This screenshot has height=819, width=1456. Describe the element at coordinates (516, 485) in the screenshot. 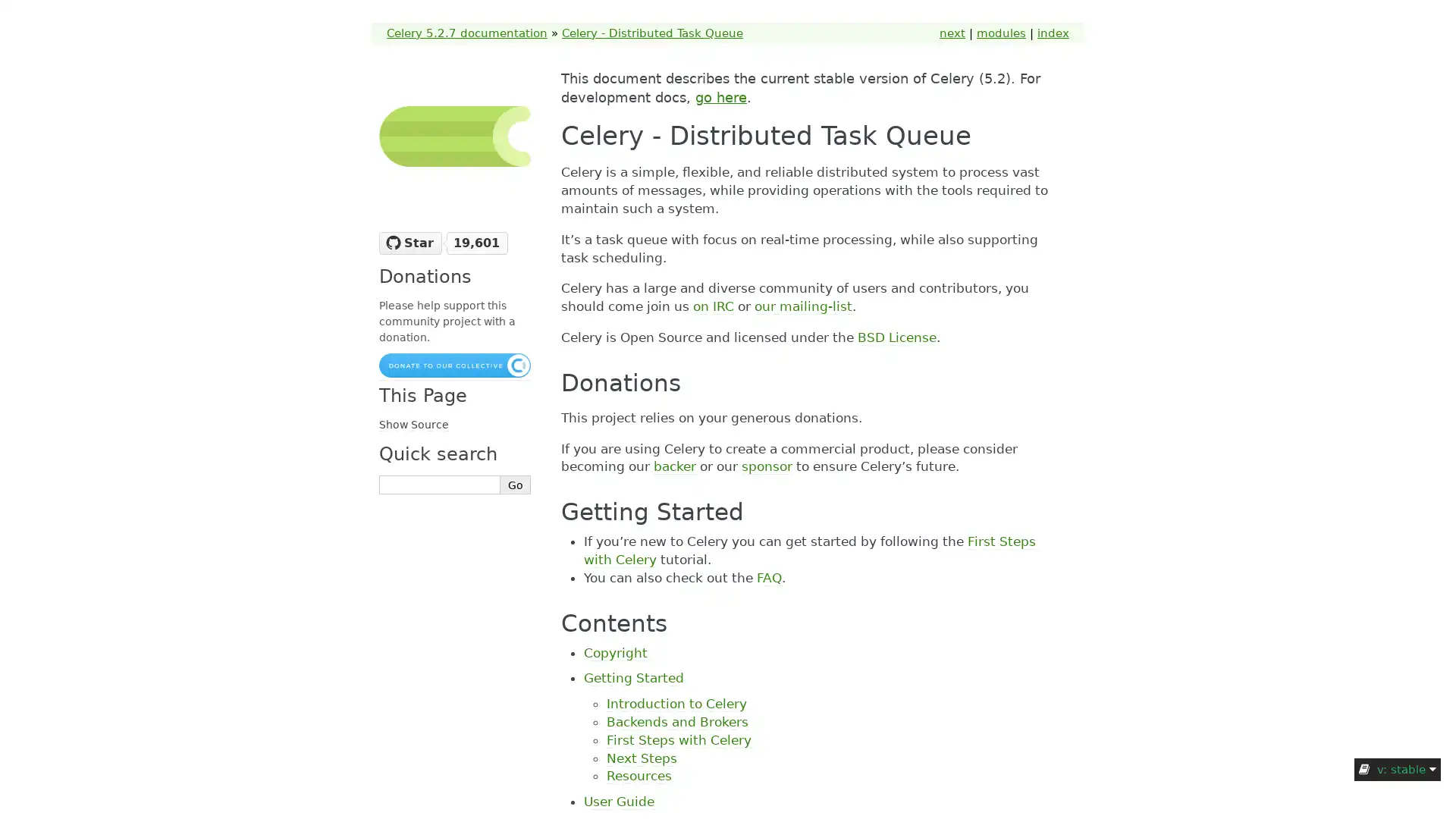

I see `Go` at that location.